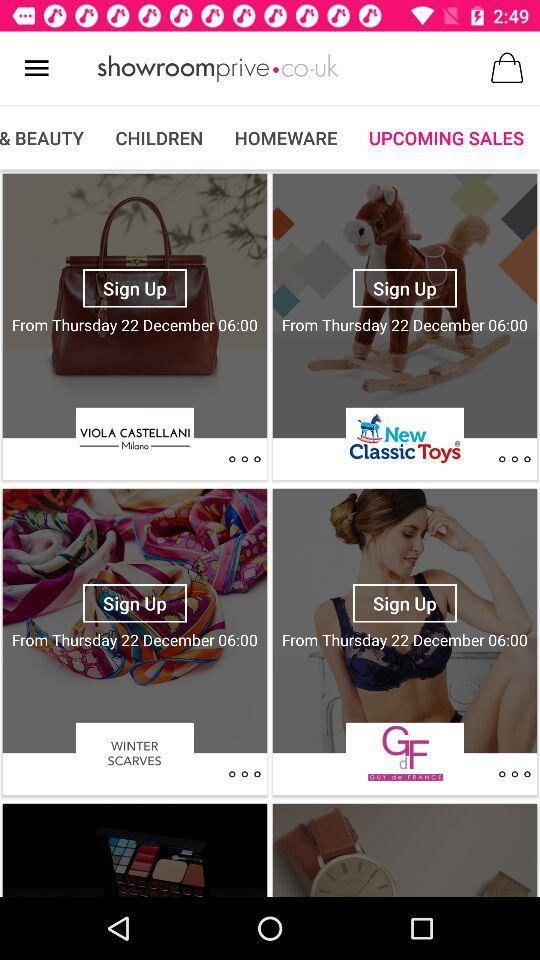 Image resolution: width=540 pixels, height=960 pixels. I want to click on homepage, so click(217, 68).